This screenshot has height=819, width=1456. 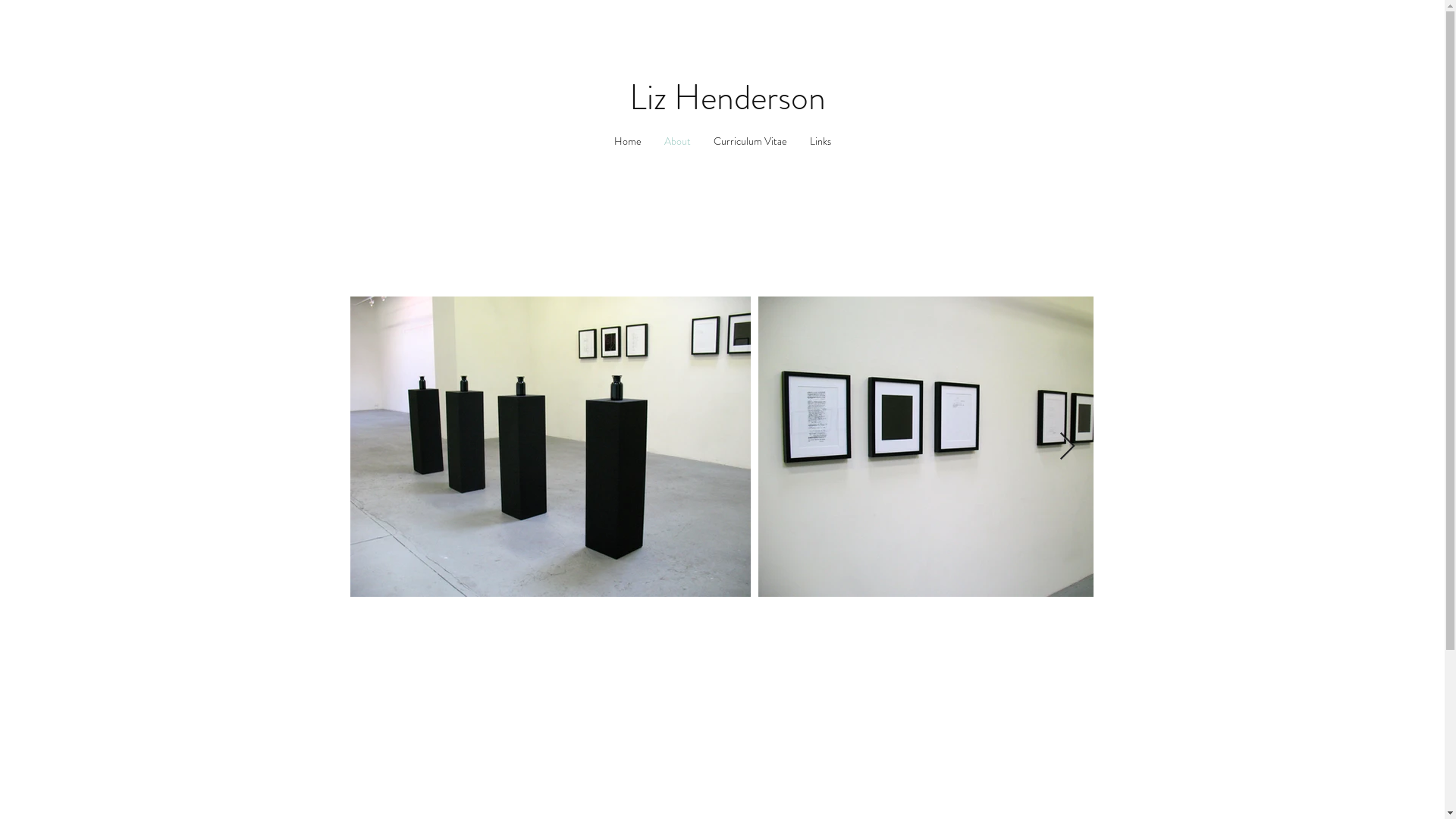 What do you see at coordinates (818, 141) in the screenshot?
I see `'Links'` at bounding box center [818, 141].